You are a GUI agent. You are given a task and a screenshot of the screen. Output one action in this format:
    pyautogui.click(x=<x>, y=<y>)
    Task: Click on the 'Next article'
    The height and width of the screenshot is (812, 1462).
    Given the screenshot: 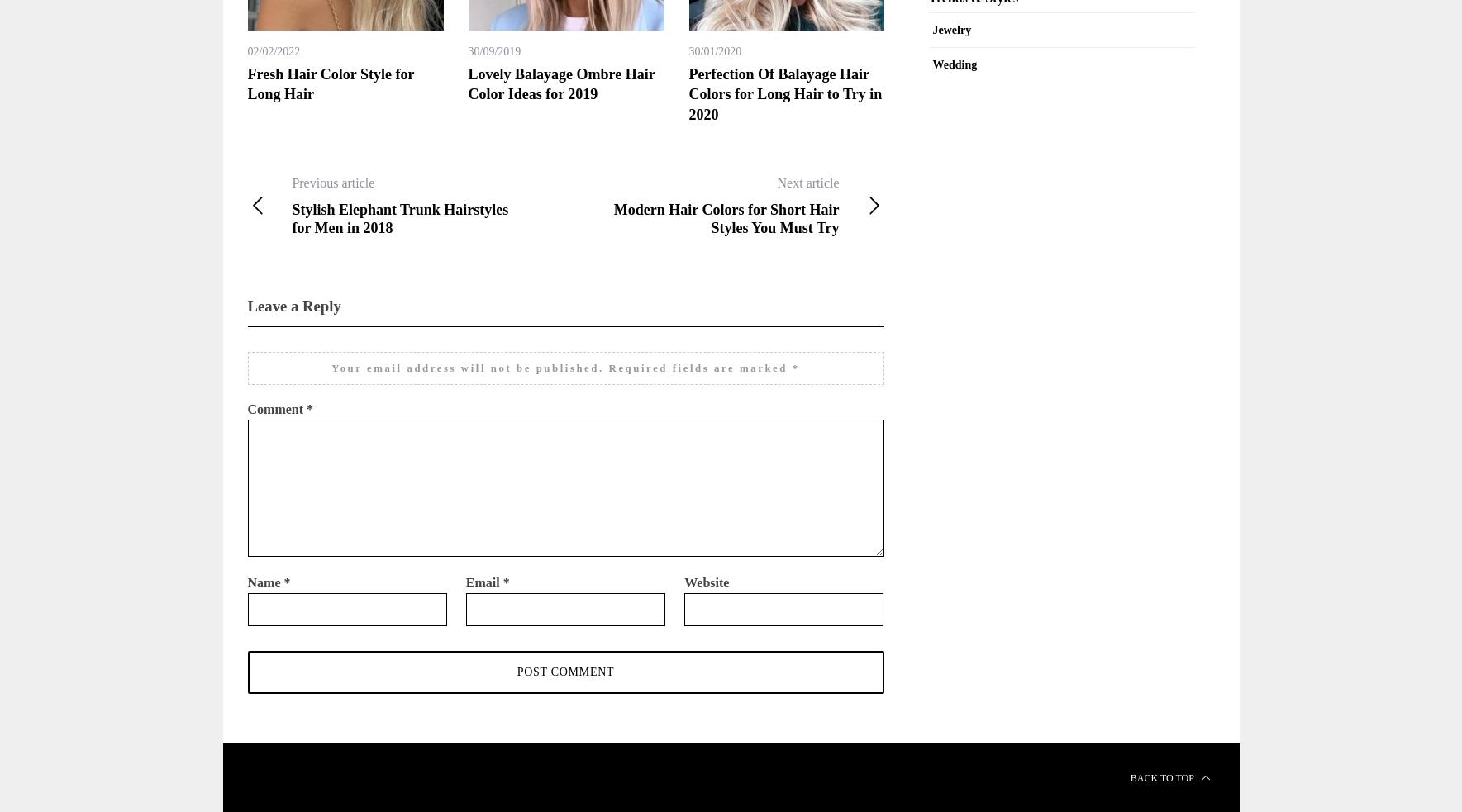 What is the action you would take?
    pyautogui.click(x=807, y=182)
    